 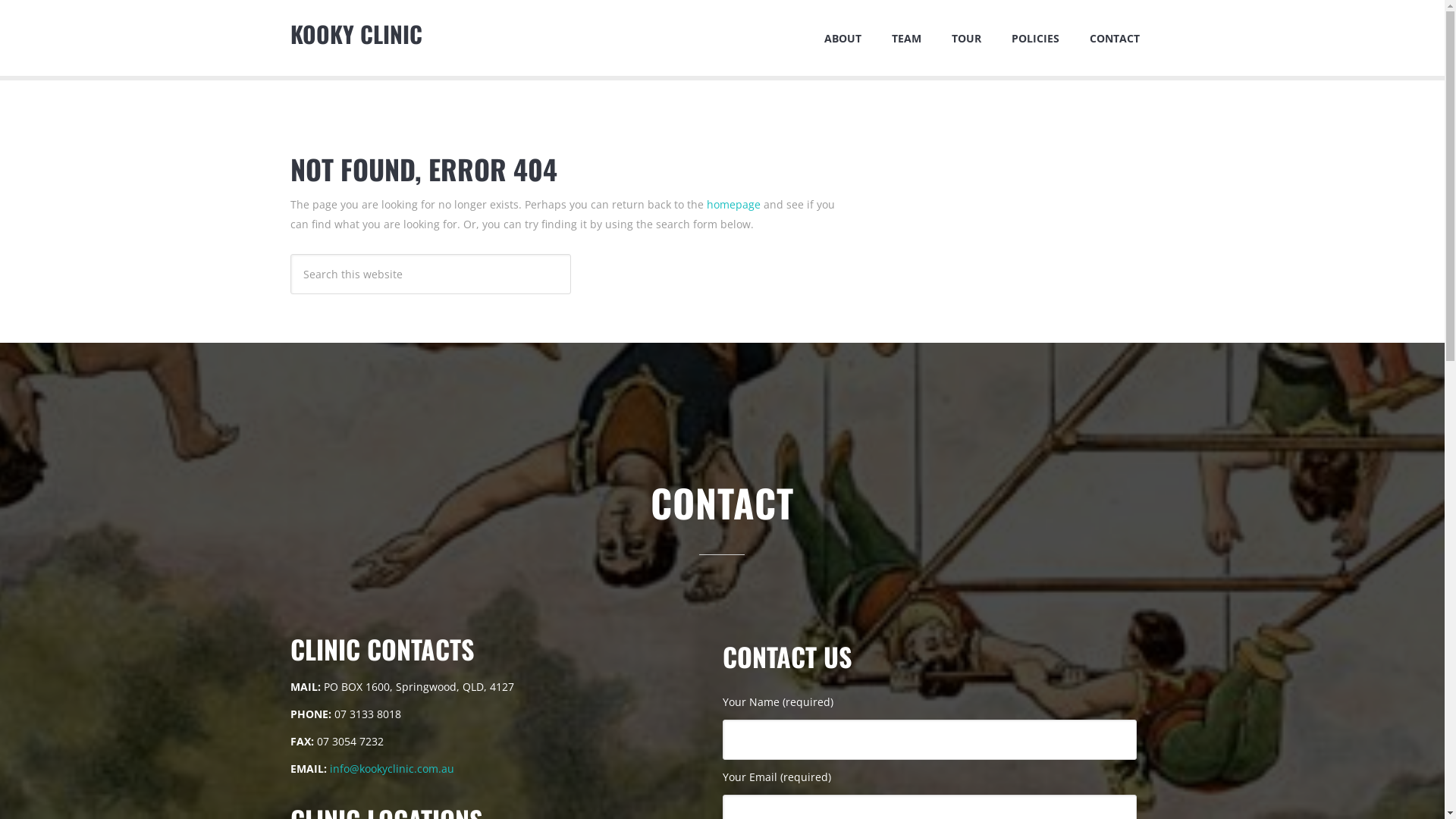 I want to click on 'homepage', so click(x=733, y=203).